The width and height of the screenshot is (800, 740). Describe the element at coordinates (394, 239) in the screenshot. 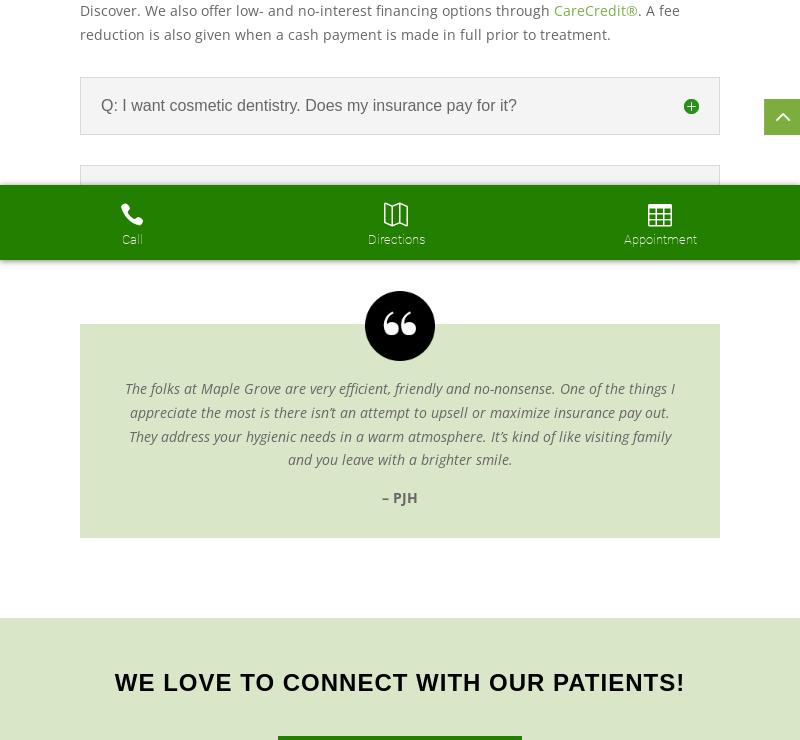

I see `'Directions'` at that location.